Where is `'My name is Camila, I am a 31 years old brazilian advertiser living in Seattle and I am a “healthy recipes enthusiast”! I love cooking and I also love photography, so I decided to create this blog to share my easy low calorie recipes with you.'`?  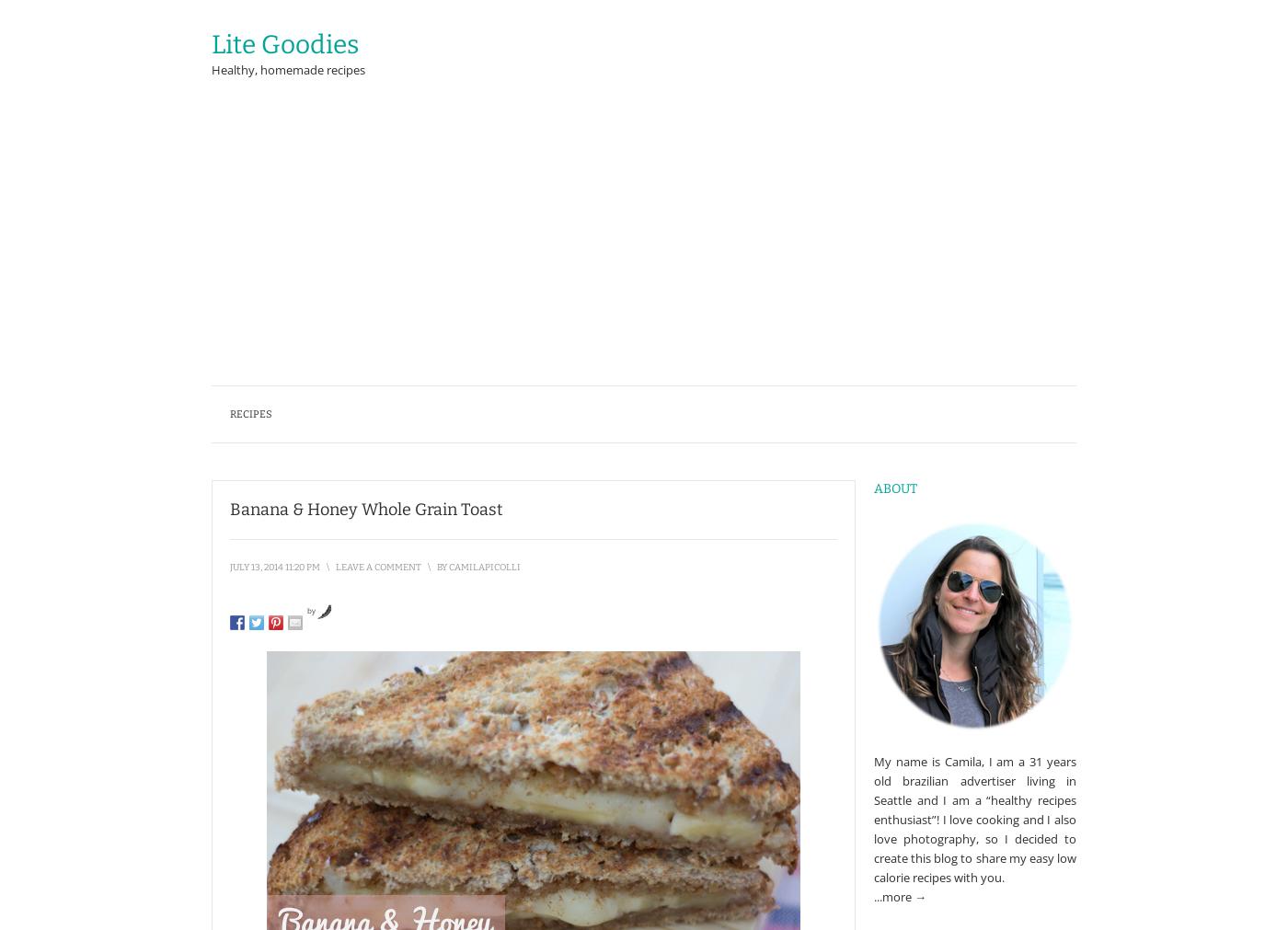
'My name is Camila, I am a 31 years old brazilian advertiser living in Seattle and I am a “healthy recipes enthusiast”! I love cooking and I also love photography, so I decided to create this blog to share my easy low calorie recipes with you.' is located at coordinates (974, 819).